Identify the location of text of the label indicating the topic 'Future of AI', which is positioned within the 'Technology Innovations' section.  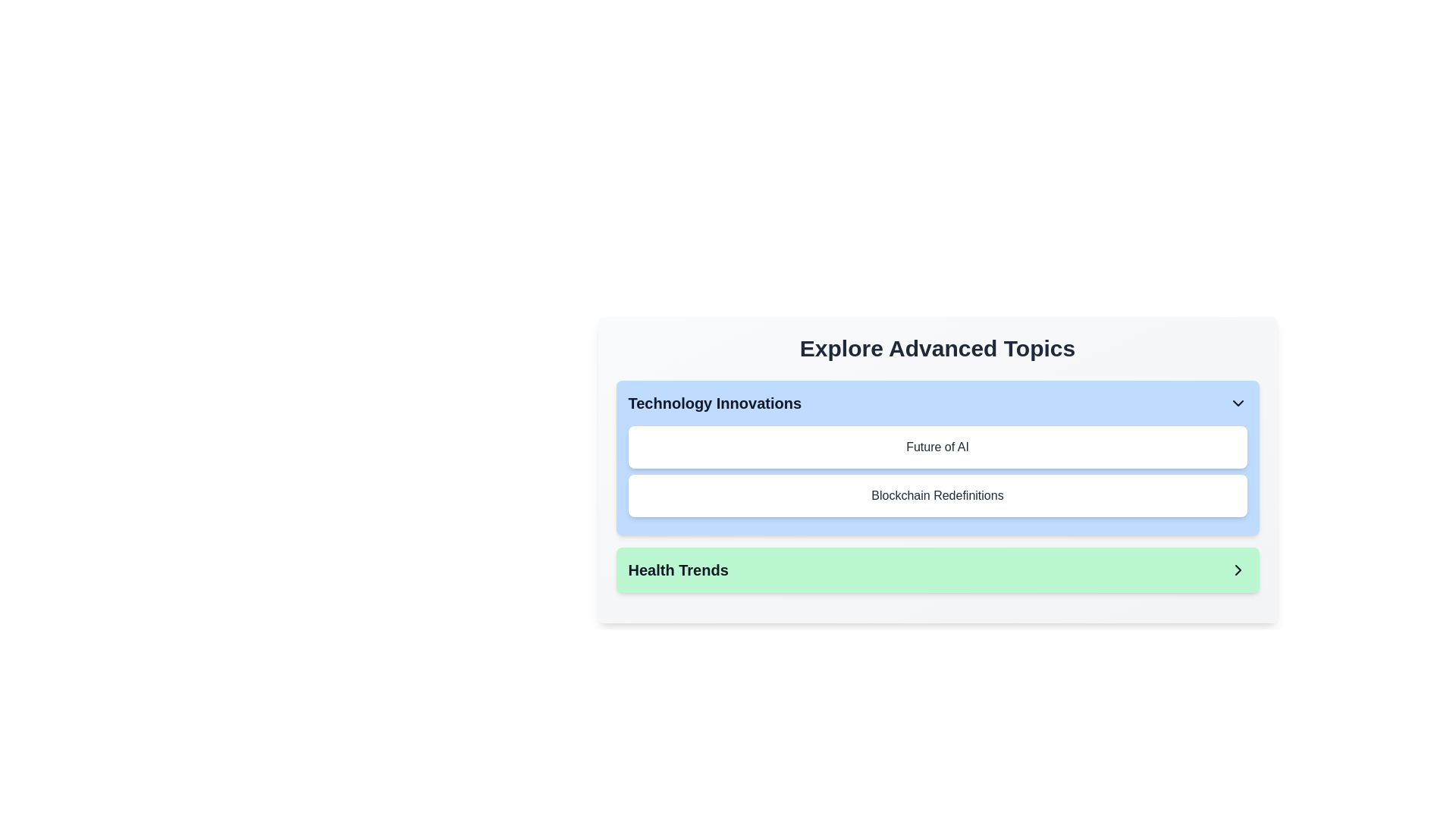
(937, 447).